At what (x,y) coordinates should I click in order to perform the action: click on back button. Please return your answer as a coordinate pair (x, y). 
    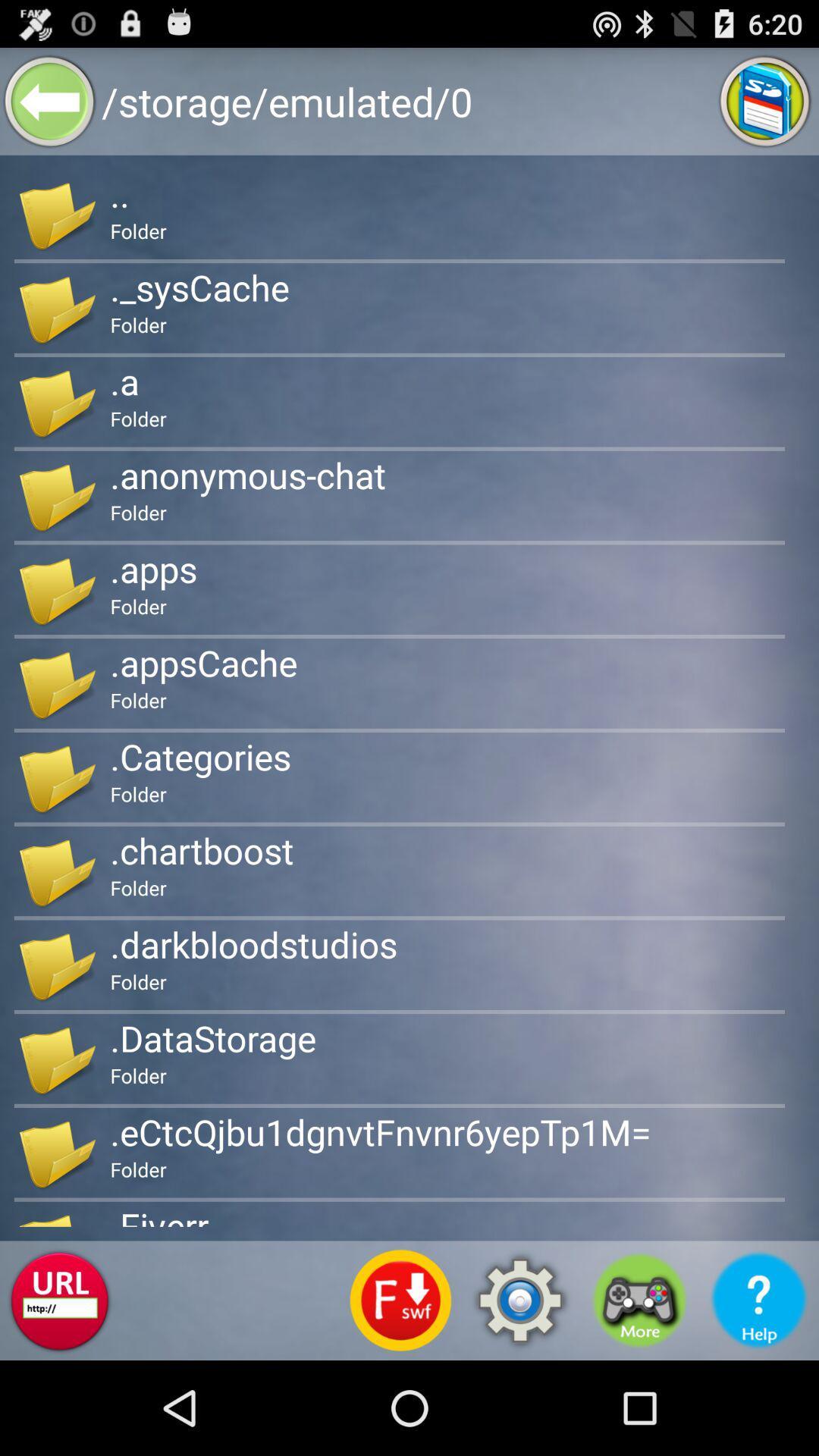
    Looking at the image, I should click on (49, 100).